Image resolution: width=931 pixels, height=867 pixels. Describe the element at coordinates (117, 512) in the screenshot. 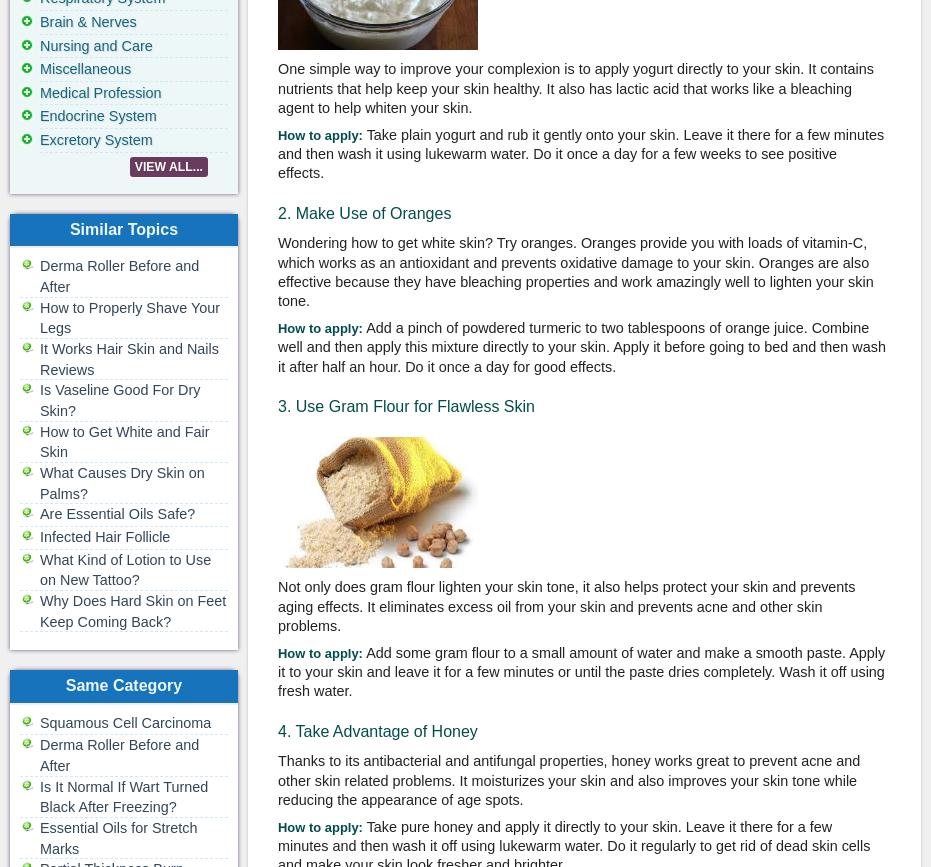

I see `'Are Essential Oils Safe?'` at that location.